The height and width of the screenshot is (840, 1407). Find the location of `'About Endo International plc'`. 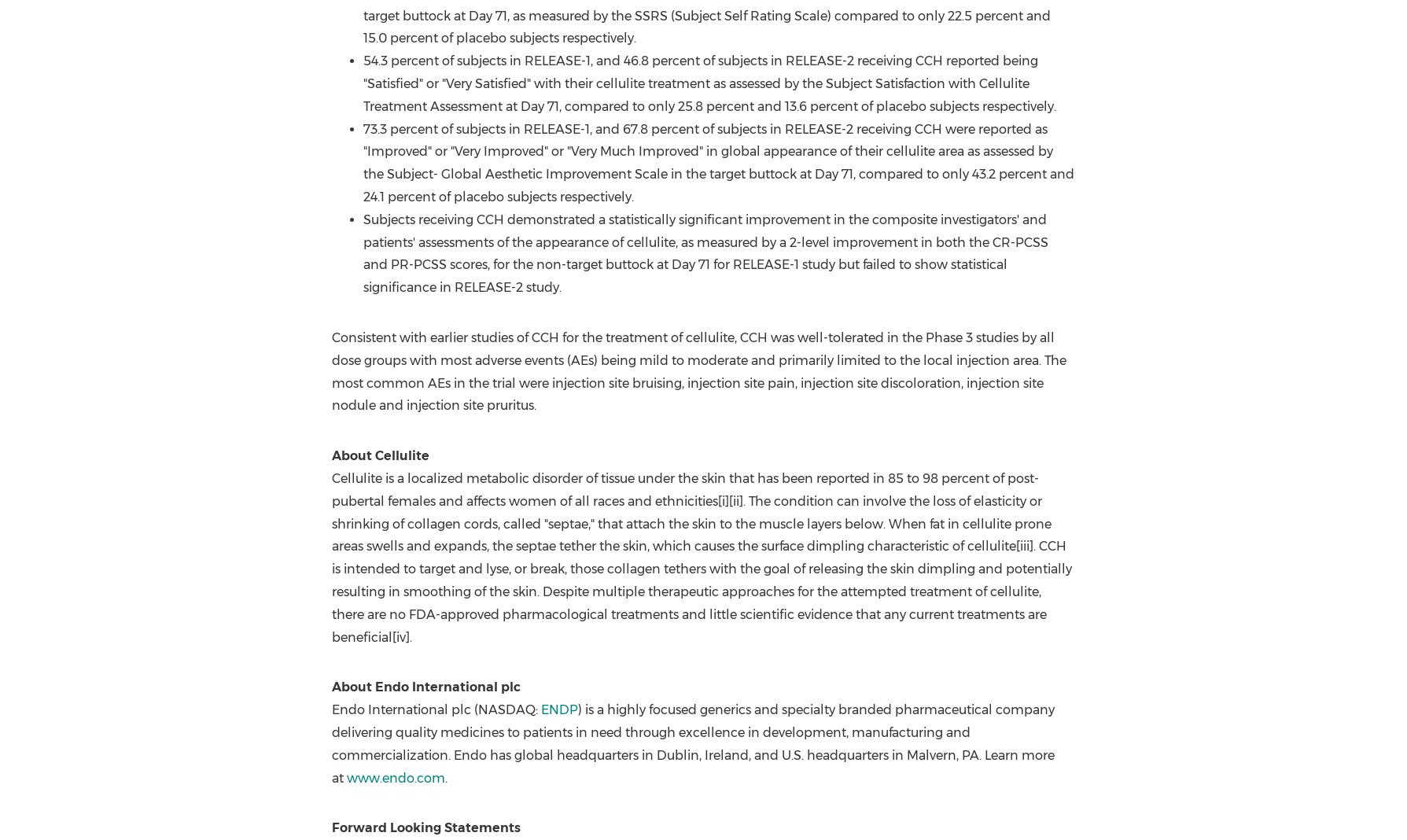

'About Endo International plc' is located at coordinates (425, 686).